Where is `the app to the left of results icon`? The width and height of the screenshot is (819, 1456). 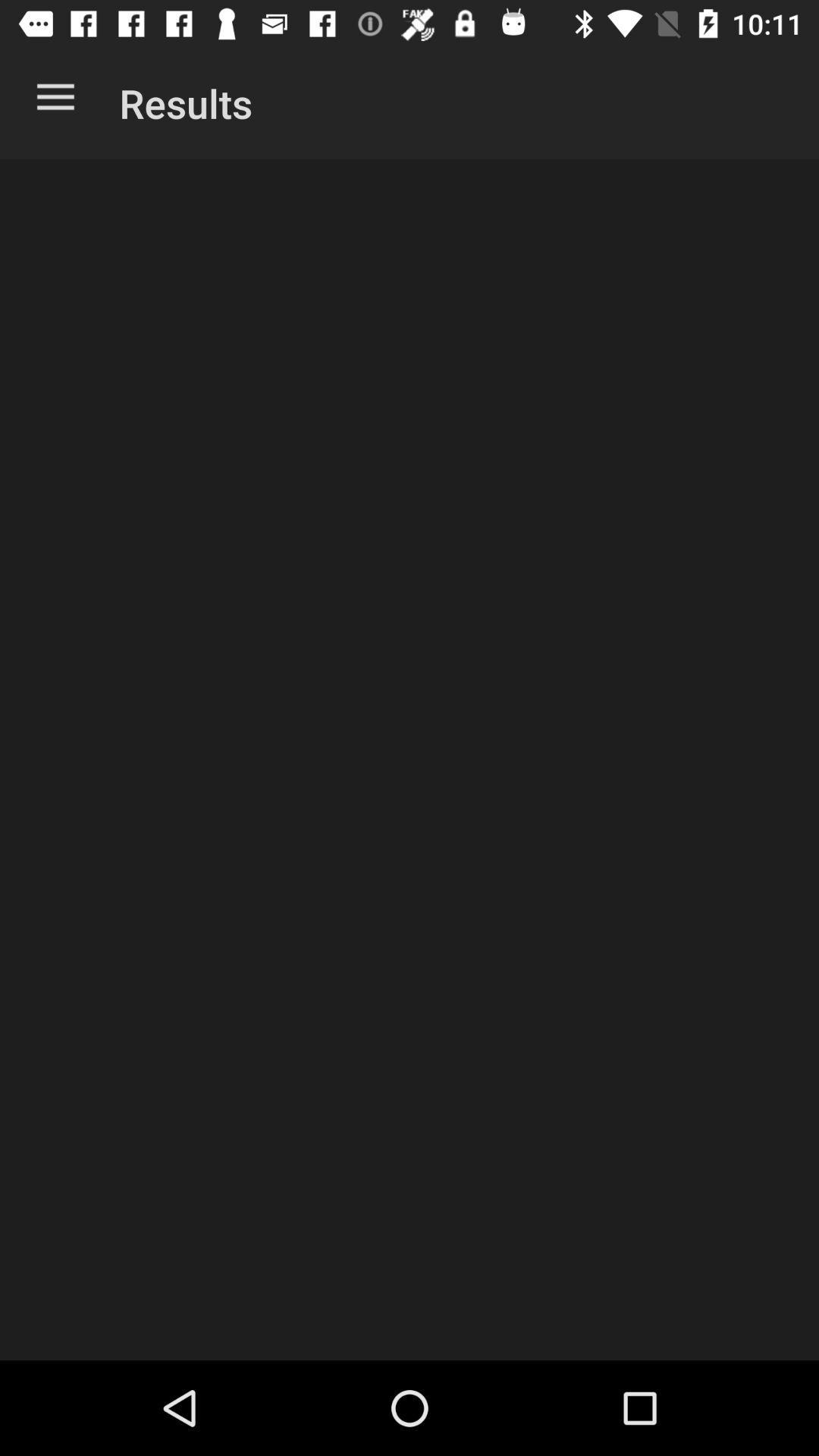
the app to the left of results icon is located at coordinates (55, 99).